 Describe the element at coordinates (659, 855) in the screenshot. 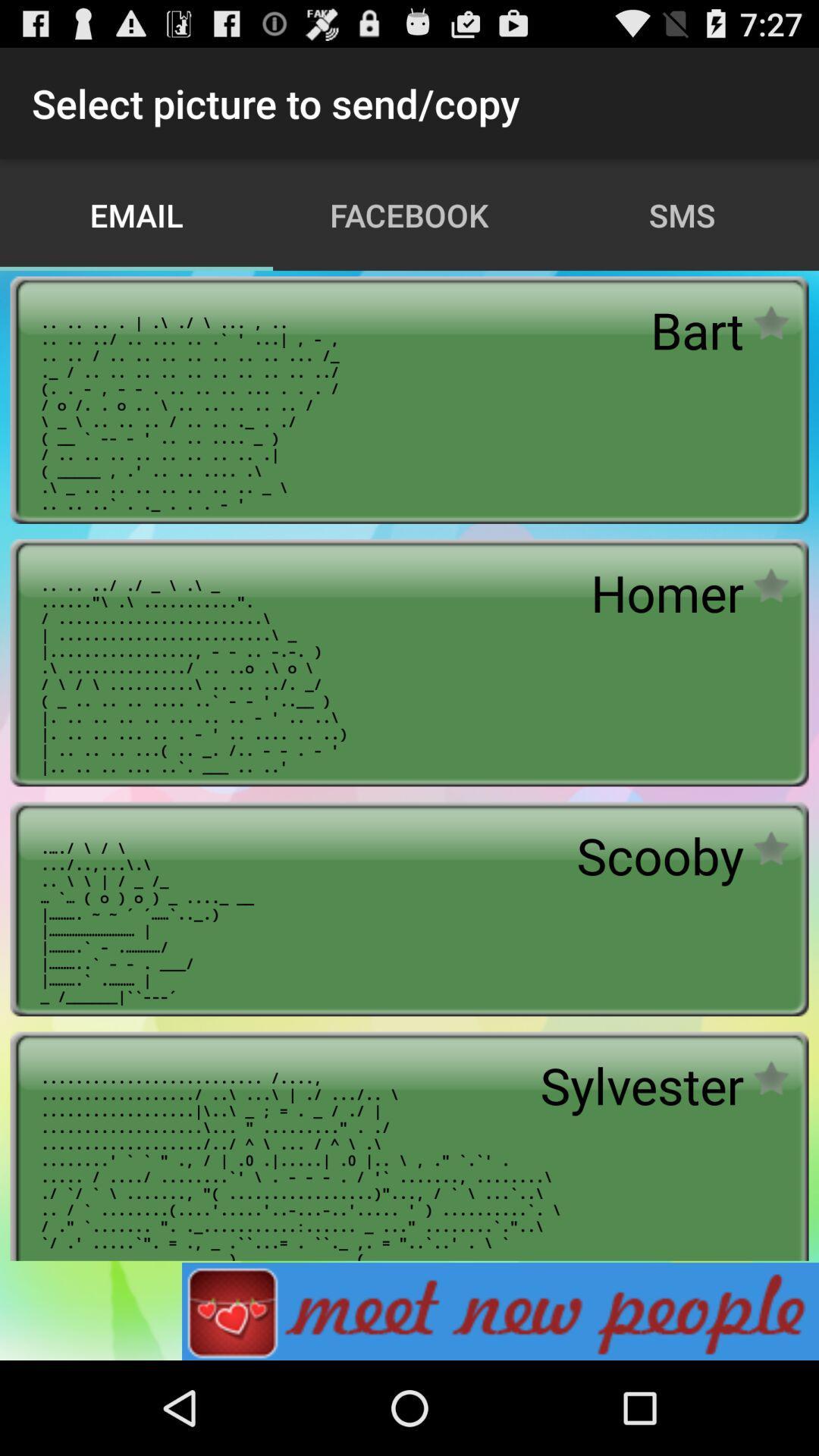

I see `the item to the right of the _ _ o icon` at that location.